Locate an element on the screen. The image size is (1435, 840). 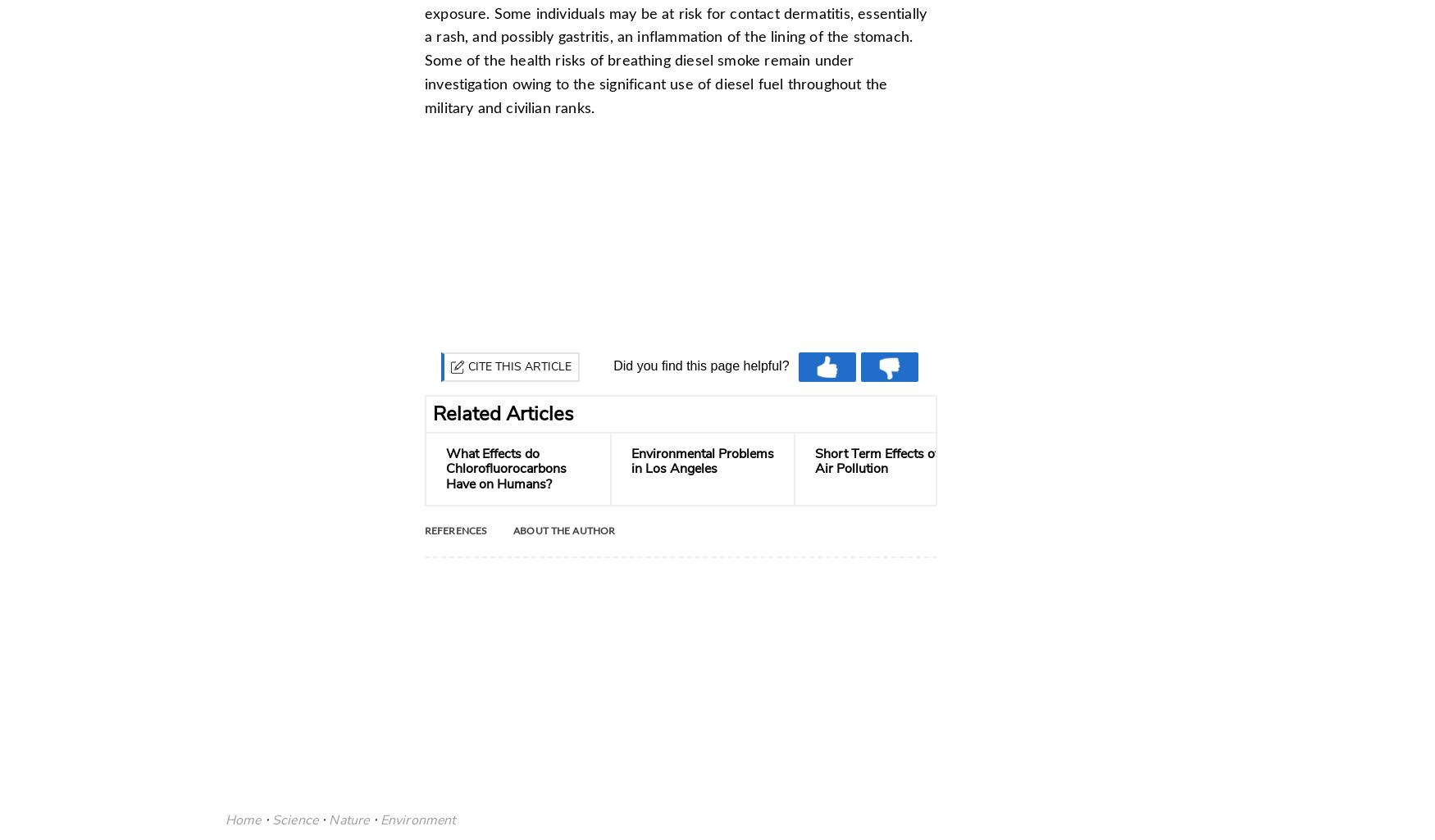
'Effects of Hydrocarbons on the Environment' is located at coordinates (1068, 461).